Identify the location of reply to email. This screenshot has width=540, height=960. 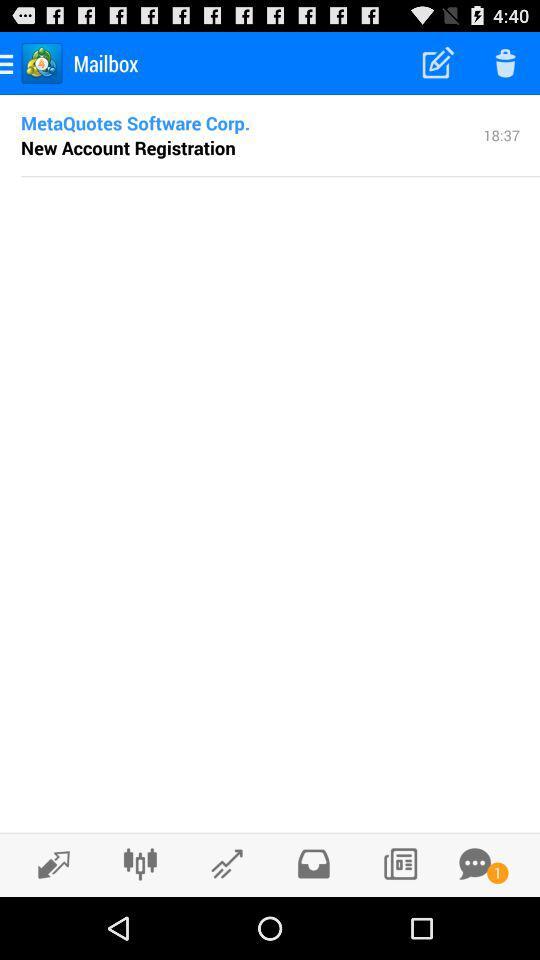
(226, 863).